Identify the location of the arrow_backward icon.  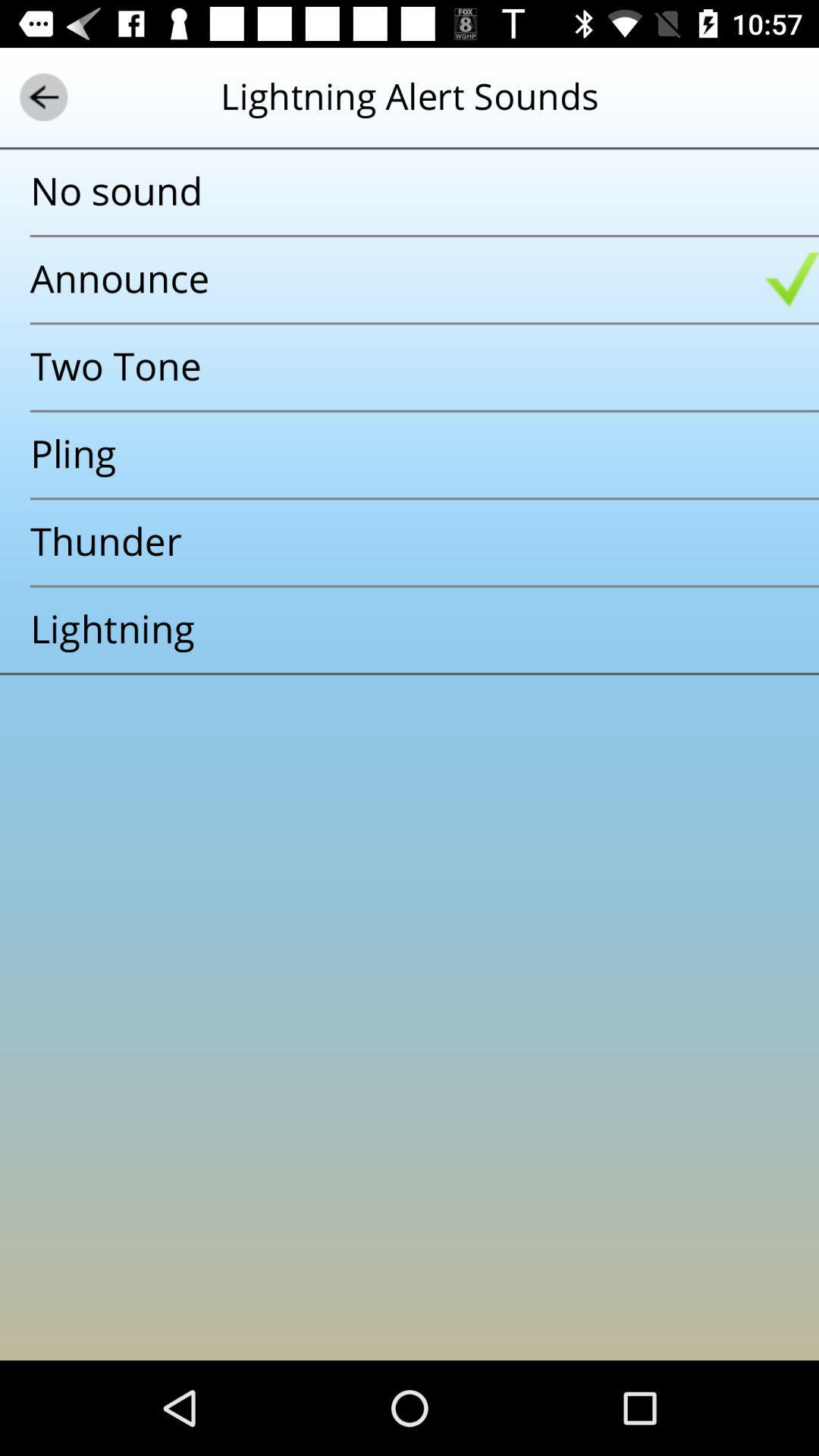
(42, 96).